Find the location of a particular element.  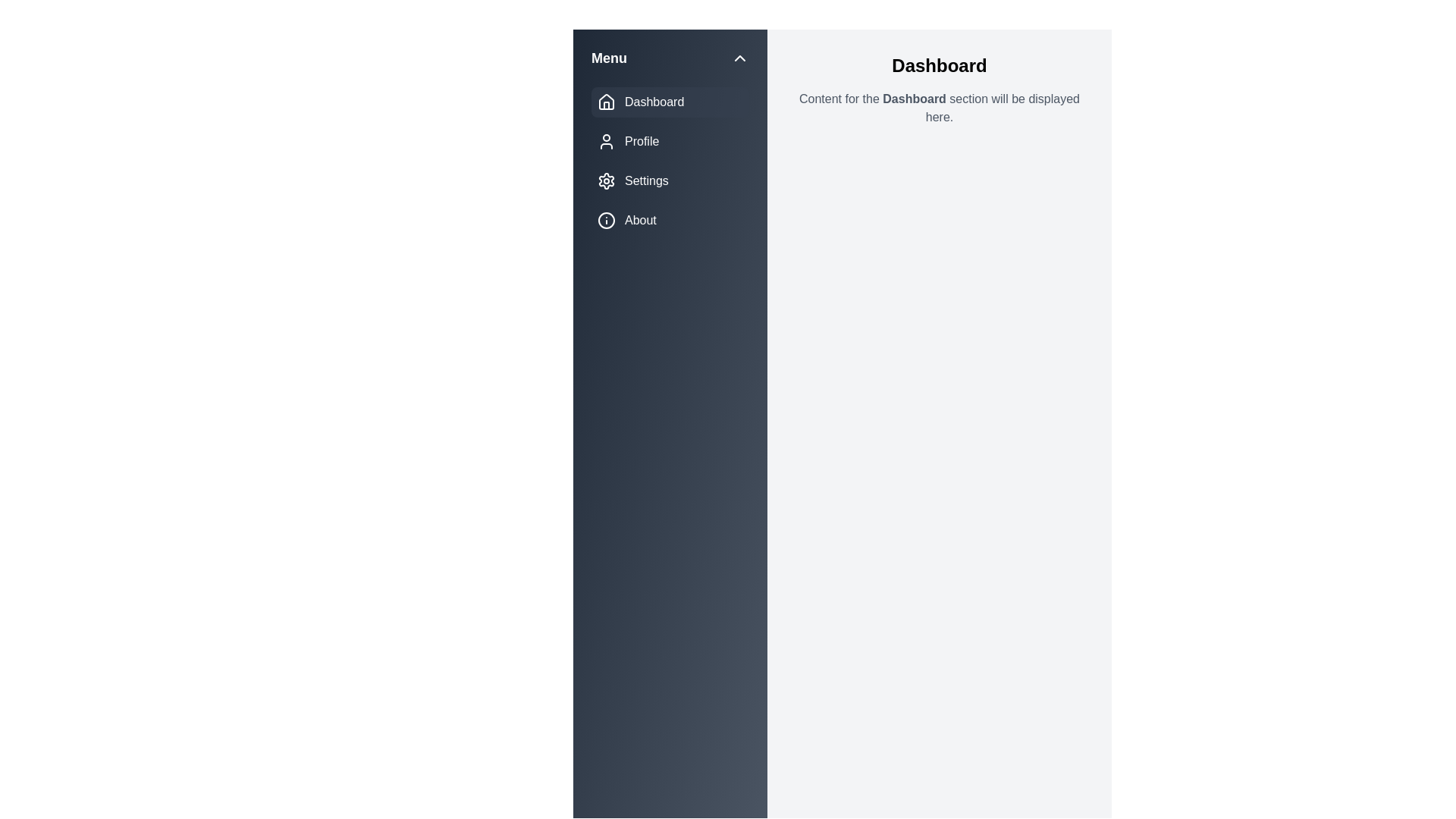

the 'Profile' navigation menu item, which is the second item in the vertical navigation menu in the left-hand sidebar is located at coordinates (669, 141).